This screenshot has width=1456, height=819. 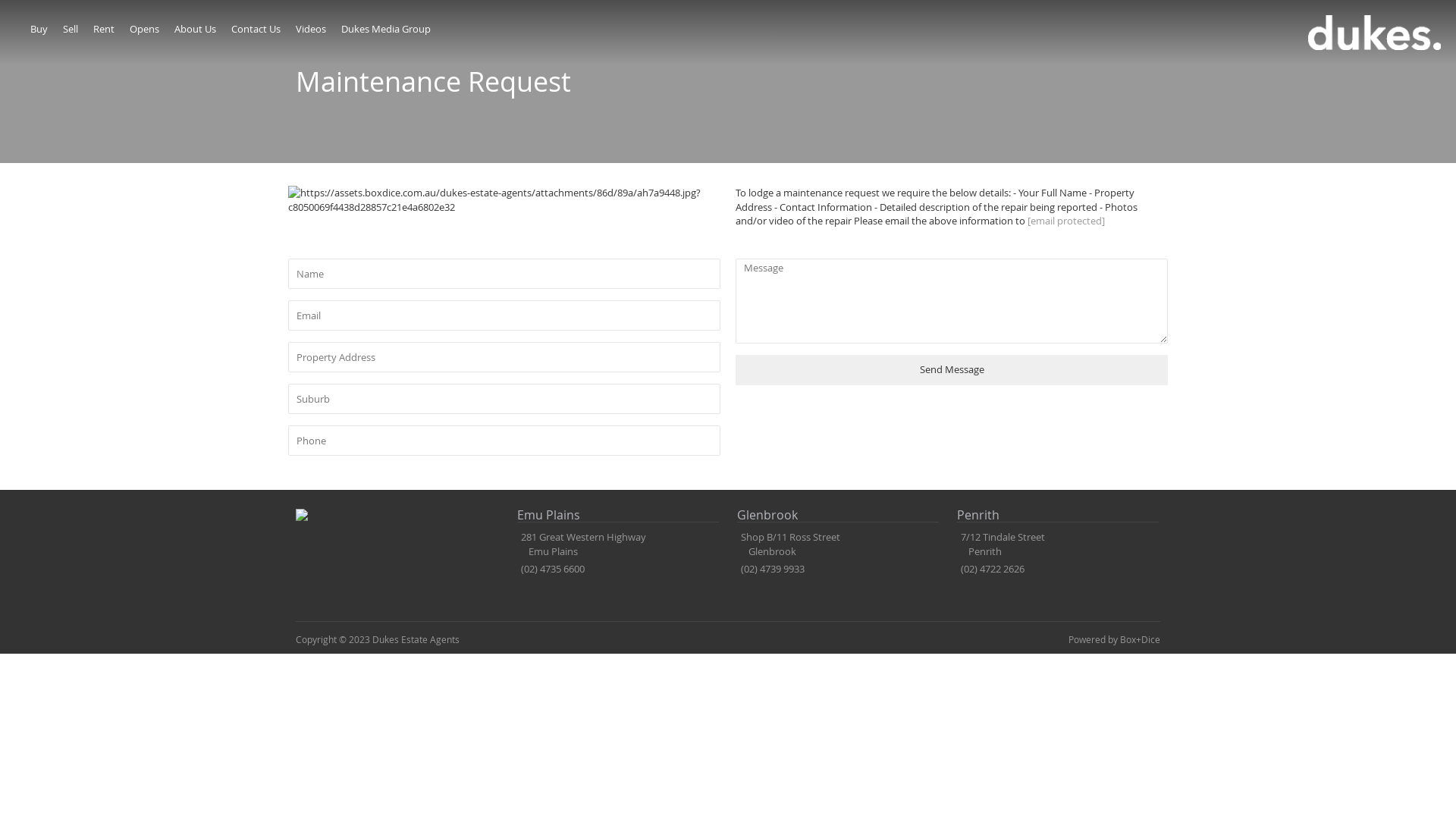 What do you see at coordinates (39, 29) in the screenshot?
I see `'Buy'` at bounding box center [39, 29].